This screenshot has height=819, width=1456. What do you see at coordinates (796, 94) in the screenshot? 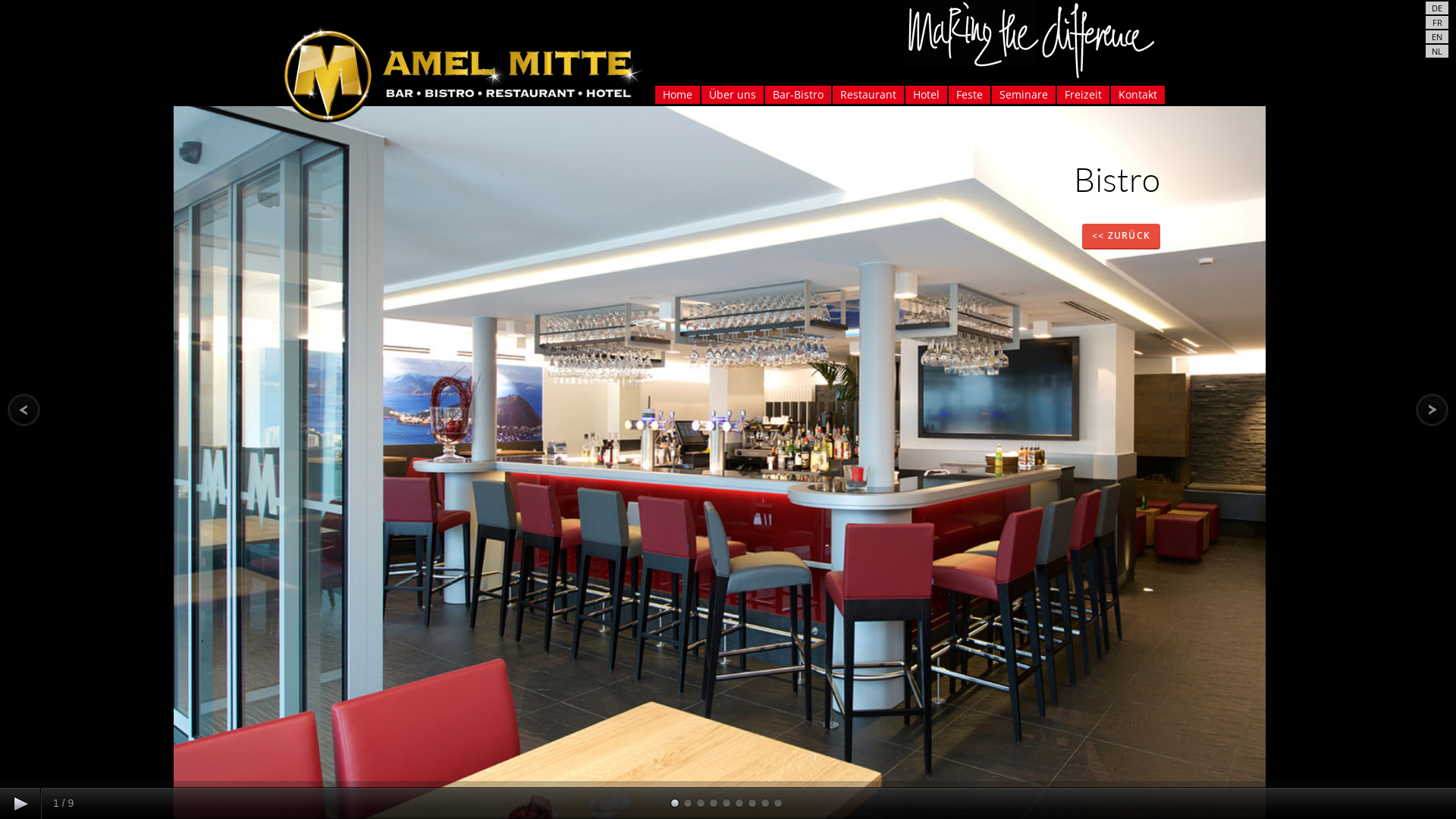
I see `'Bar-Bistro'` at bounding box center [796, 94].